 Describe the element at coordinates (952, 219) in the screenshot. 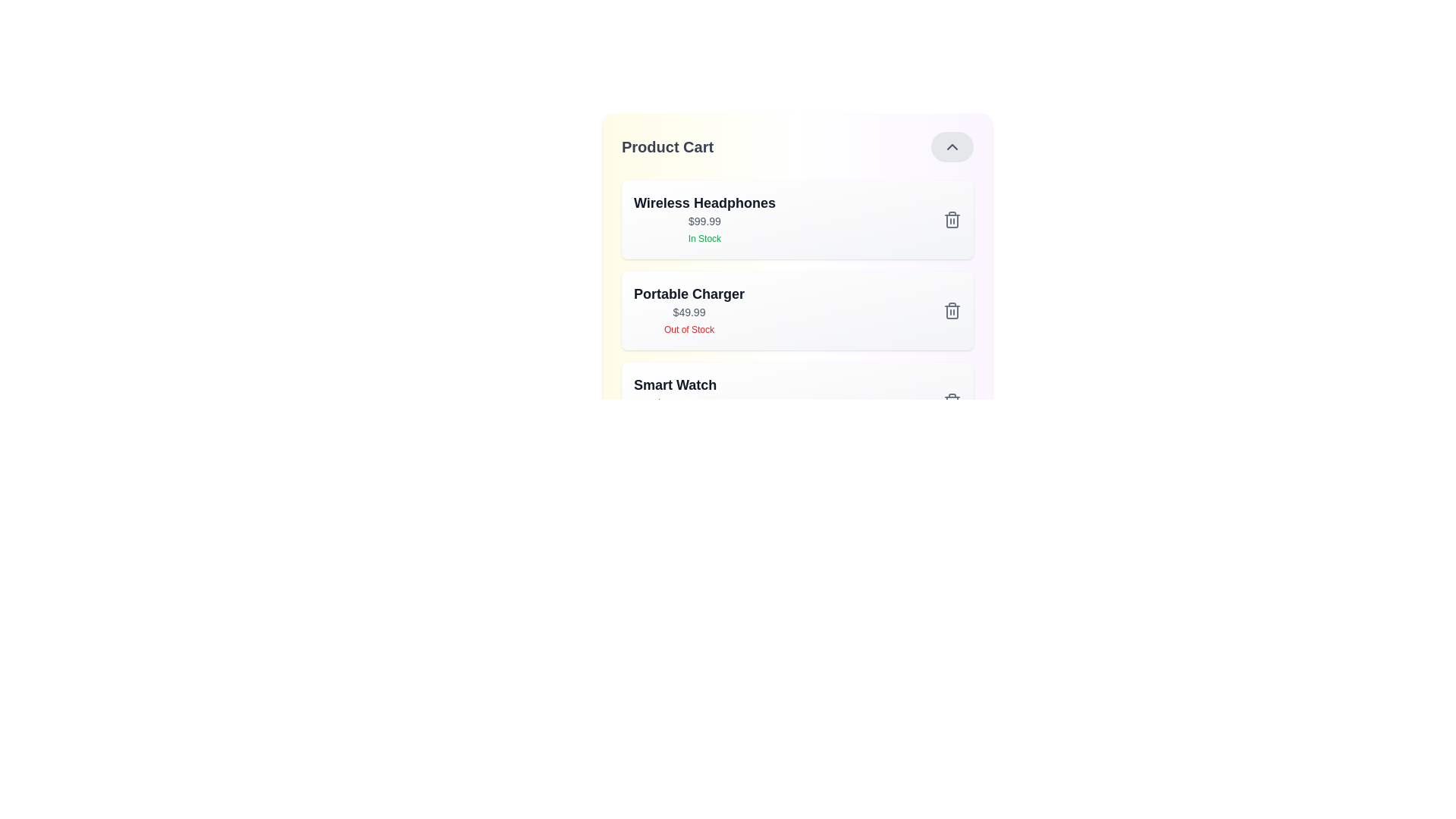

I see `trash icon for Wireless Headphones to remove it from the cart` at that location.